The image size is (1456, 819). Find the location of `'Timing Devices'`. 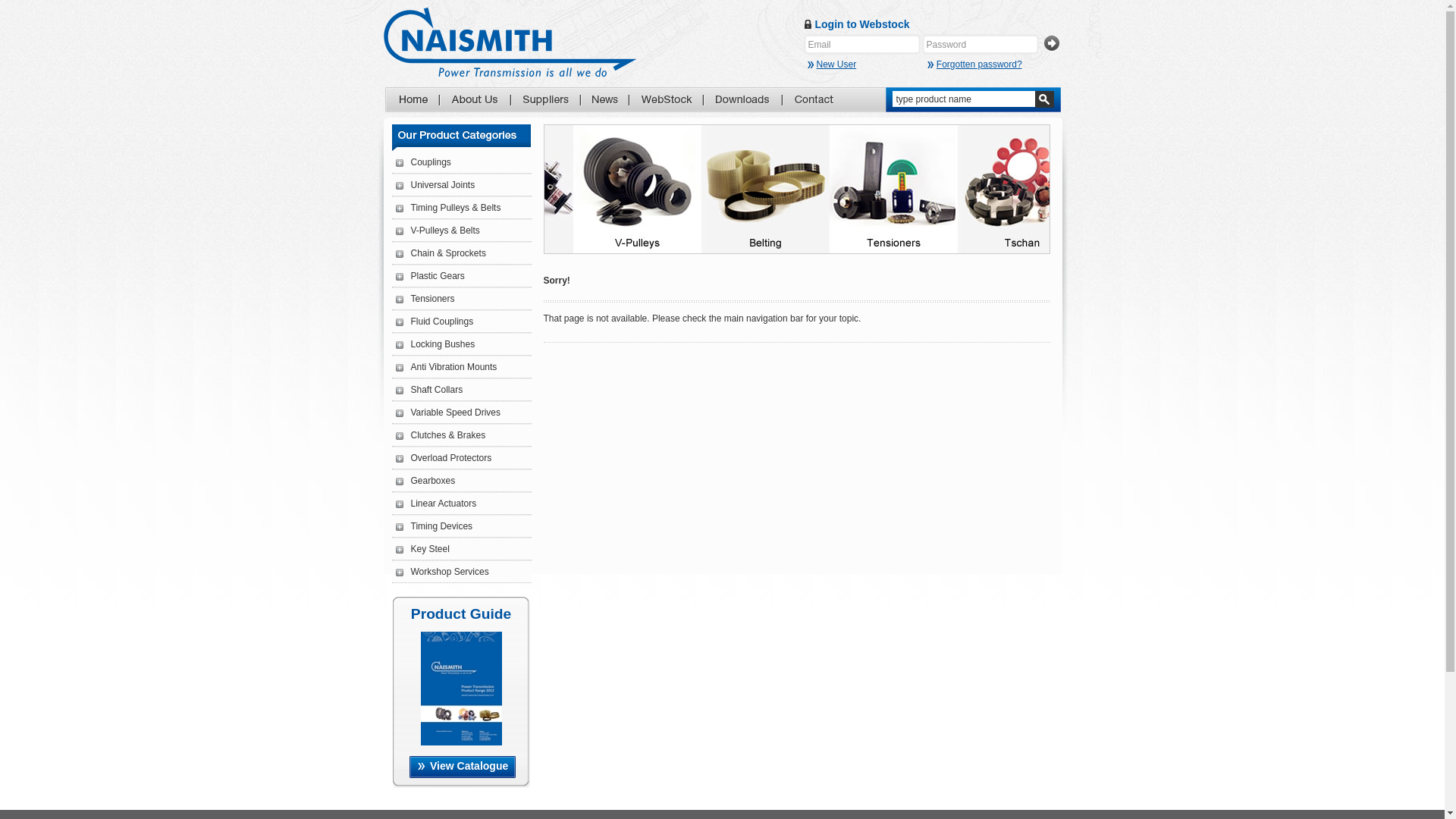

'Timing Devices' is located at coordinates (433, 526).